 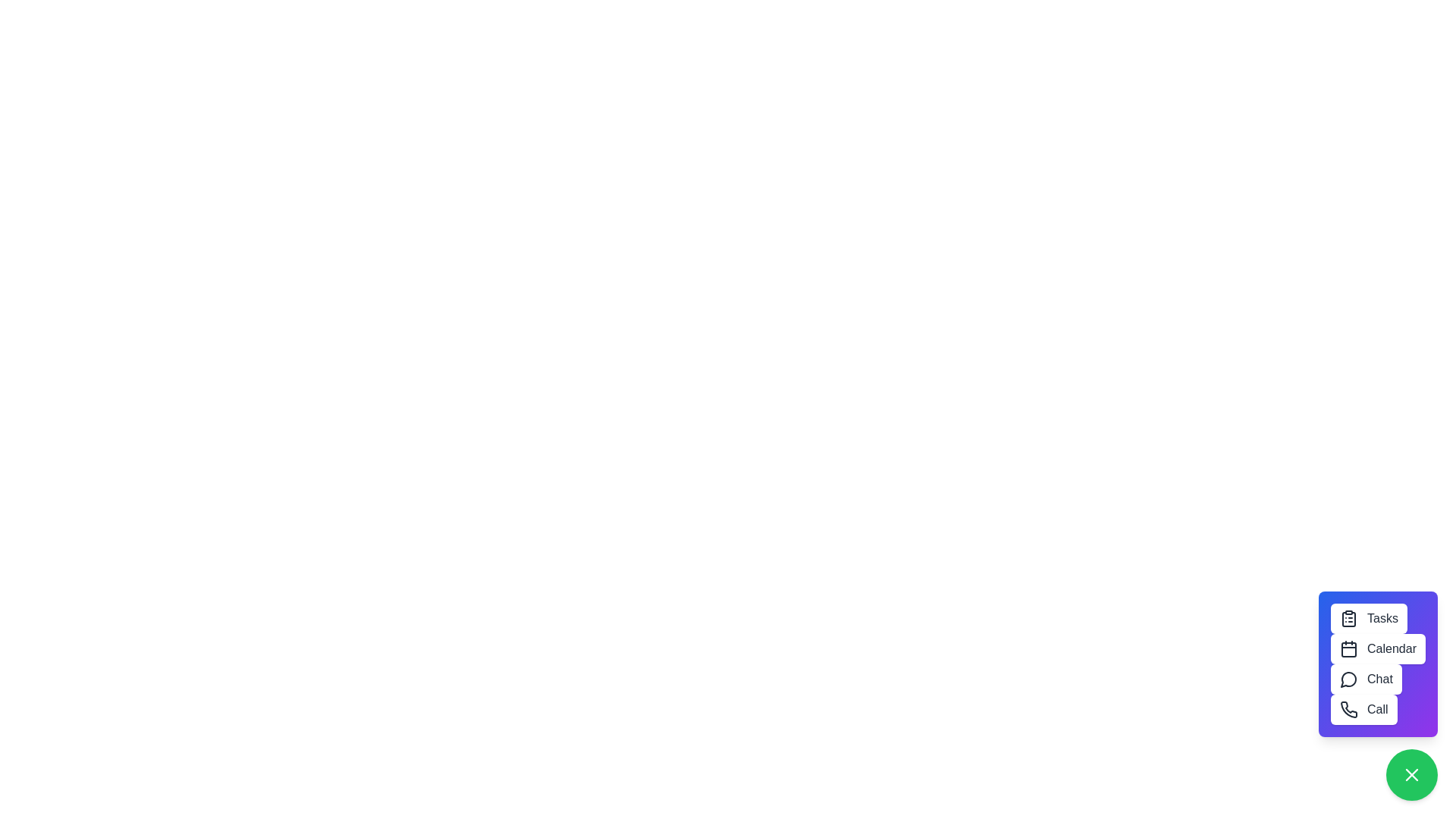 I want to click on the 'Calendar' button to view the schedule, so click(x=1378, y=648).